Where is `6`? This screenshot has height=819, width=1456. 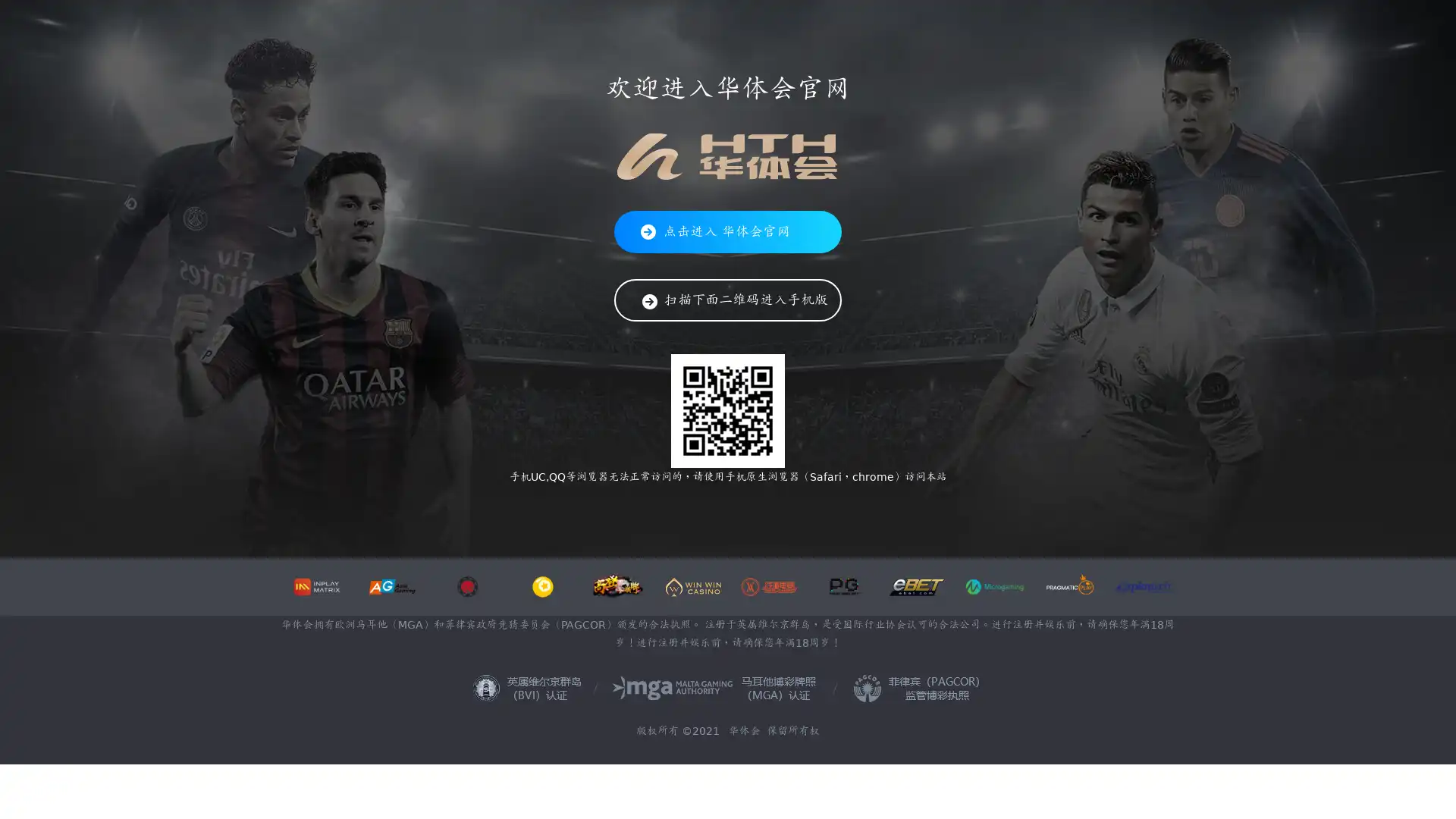 6 is located at coordinates (659, 505).